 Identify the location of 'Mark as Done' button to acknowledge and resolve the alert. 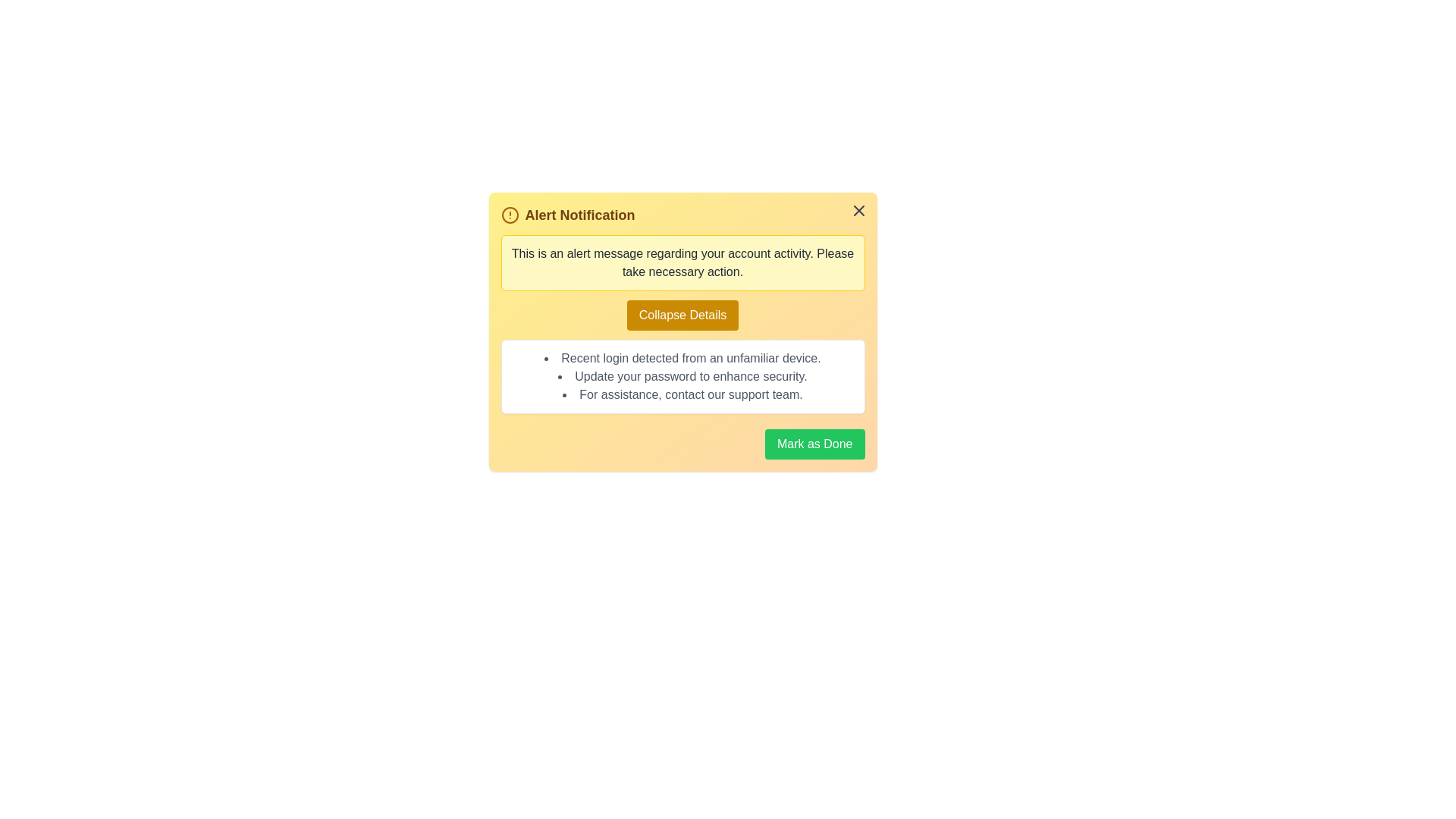
(814, 444).